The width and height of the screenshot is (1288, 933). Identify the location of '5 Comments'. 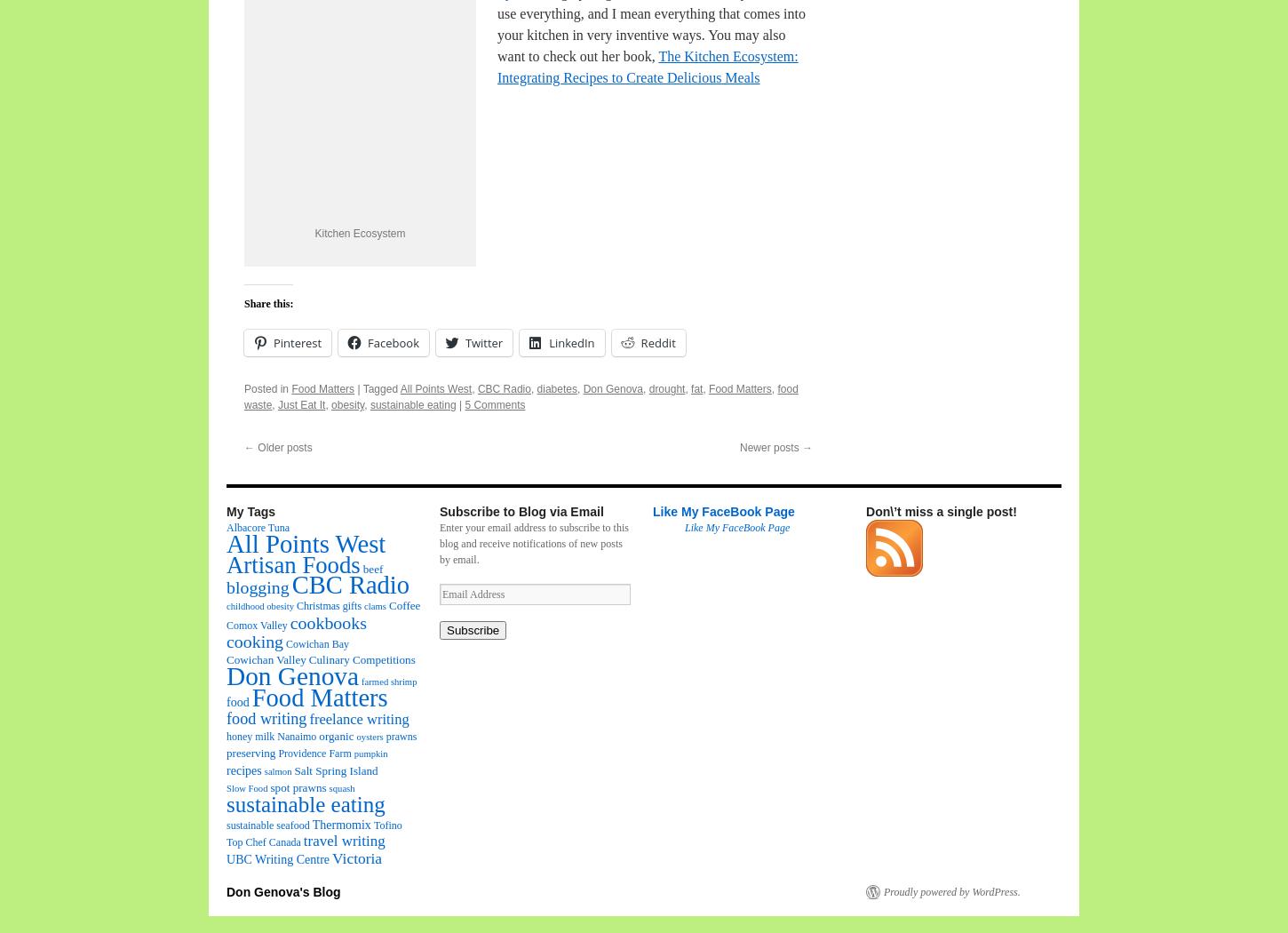
(494, 405).